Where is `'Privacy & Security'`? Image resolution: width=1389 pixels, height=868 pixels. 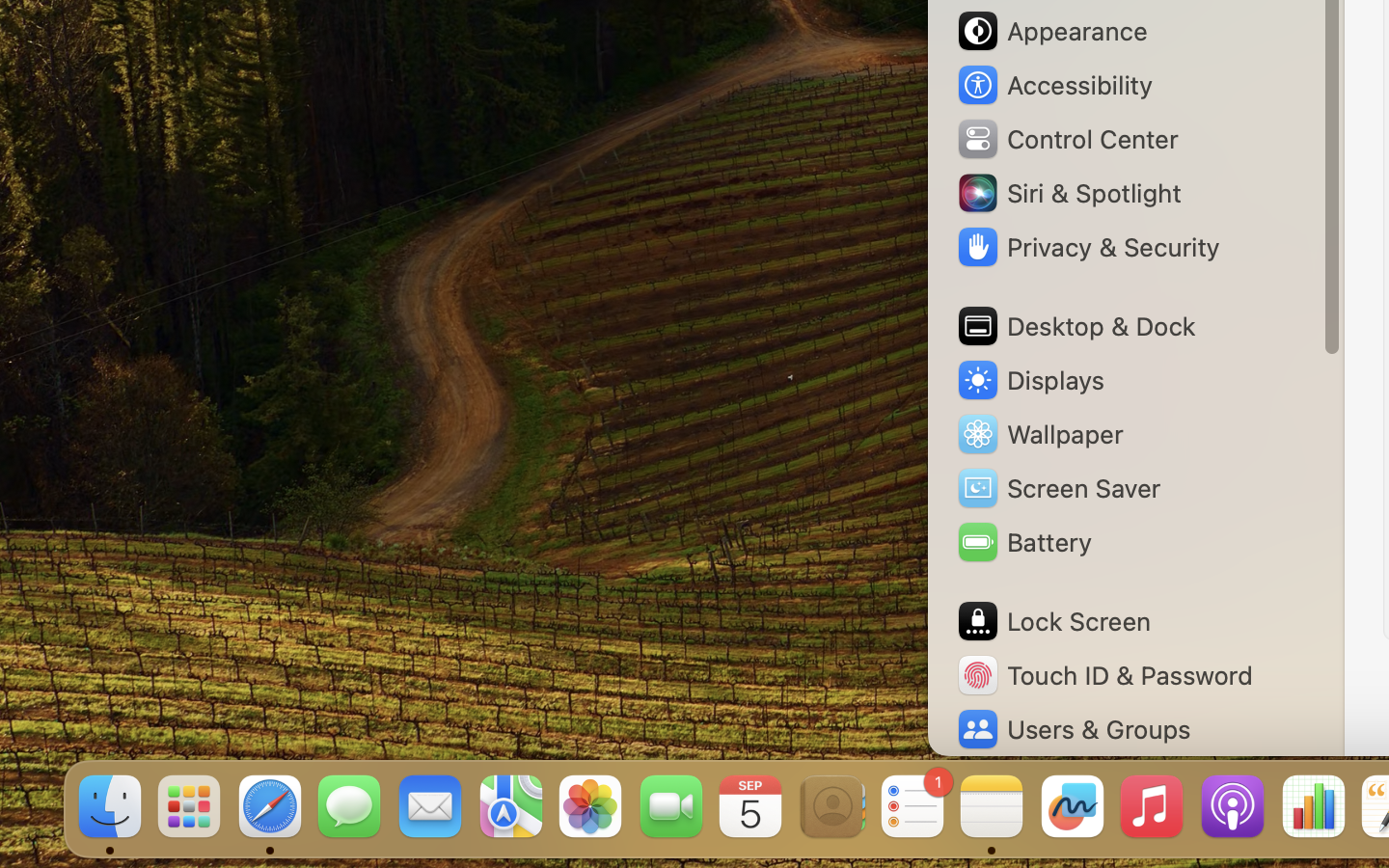
'Privacy & Security' is located at coordinates (1085, 245).